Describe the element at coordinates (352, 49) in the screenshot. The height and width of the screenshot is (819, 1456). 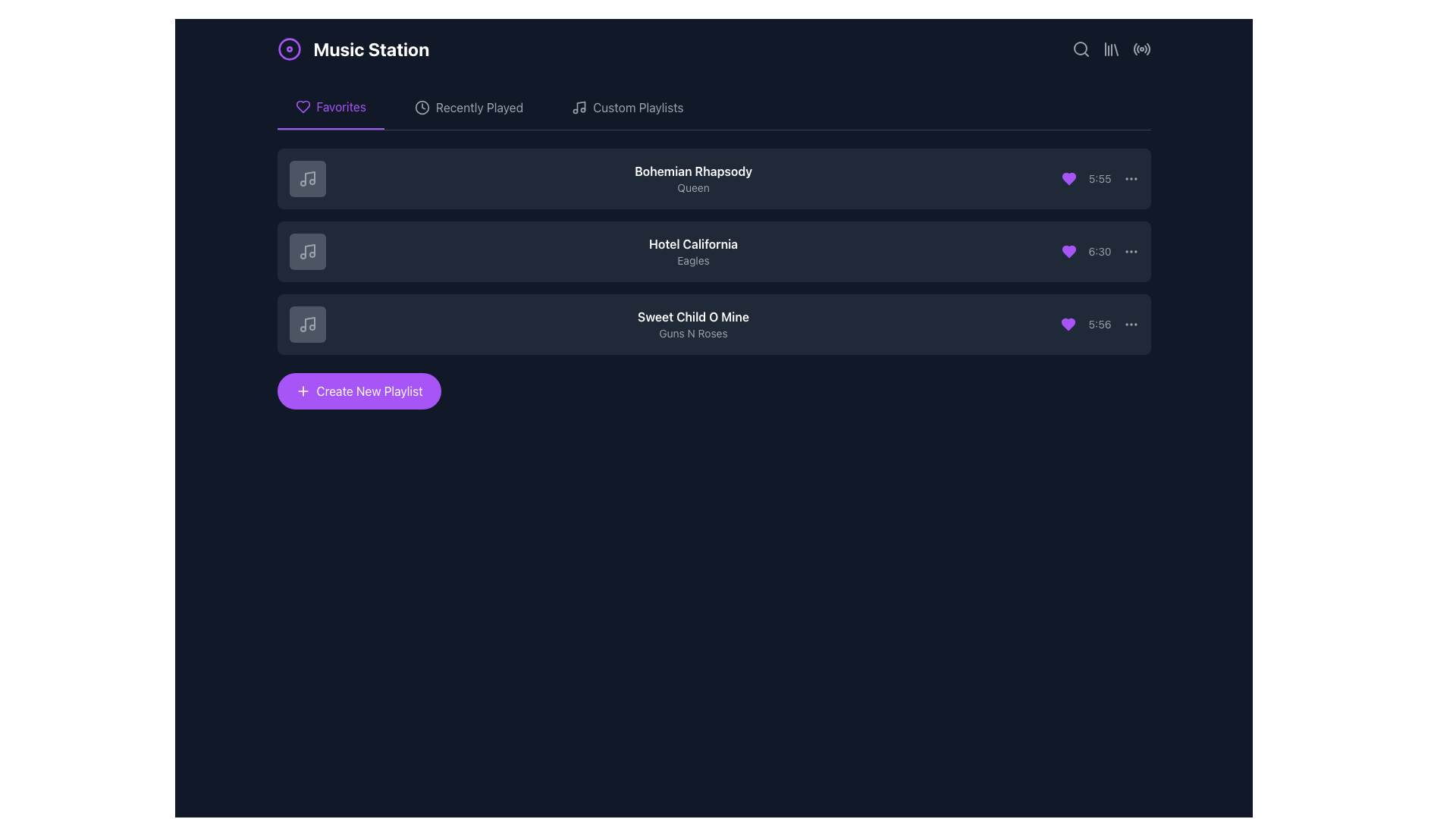
I see `the Label with an icon that serves as the title or branding label of the interface, located at the top-left corner of the application` at that location.